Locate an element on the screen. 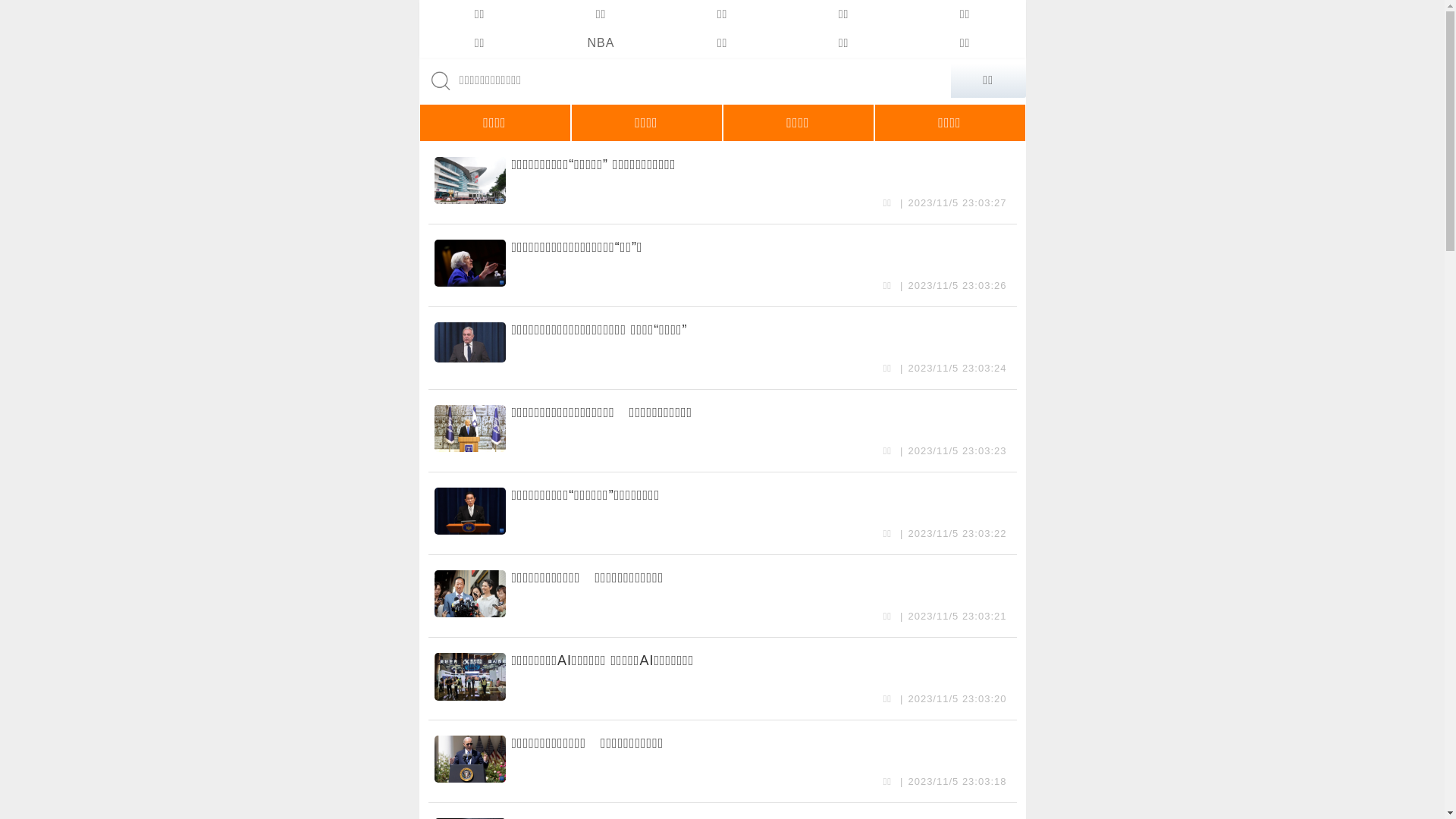  'NBA' is located at coordinates (600, 42).